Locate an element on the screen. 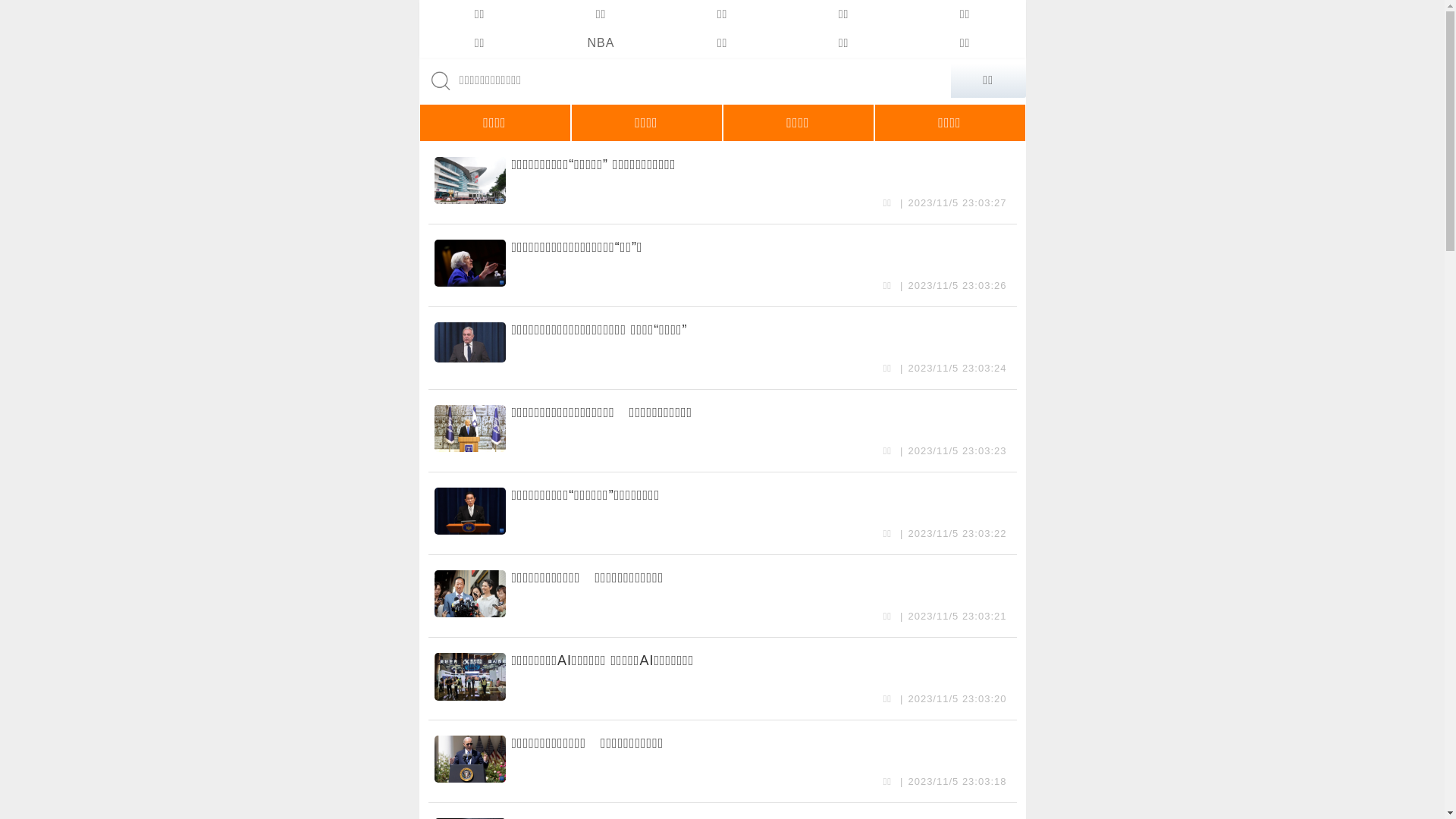  'NBA' is located at coordinates (600, 42).